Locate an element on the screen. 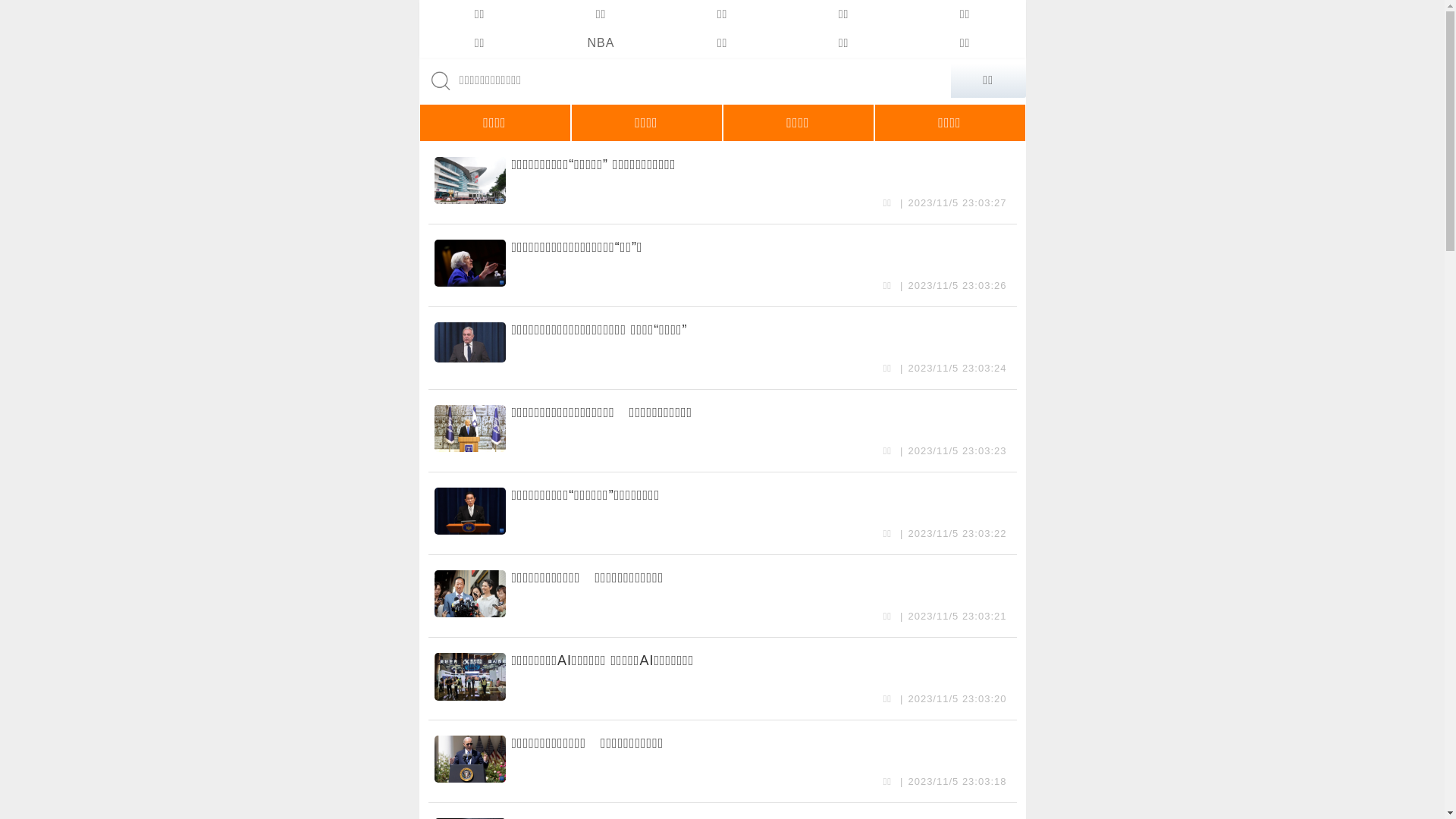  'NBA' is located at coordinates (600, 42).